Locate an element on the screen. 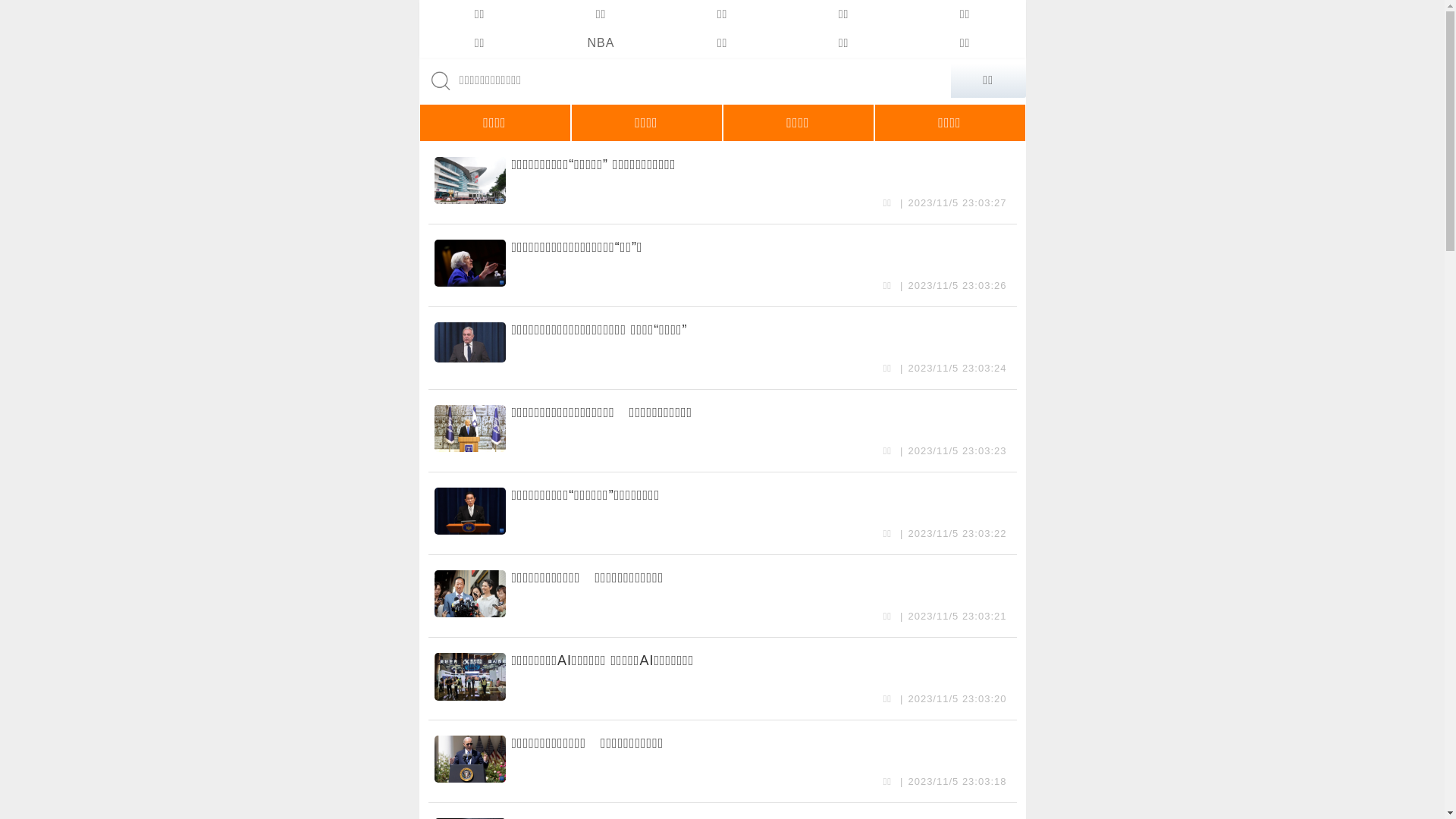  'NBA' is located at coordinates (600, 42).